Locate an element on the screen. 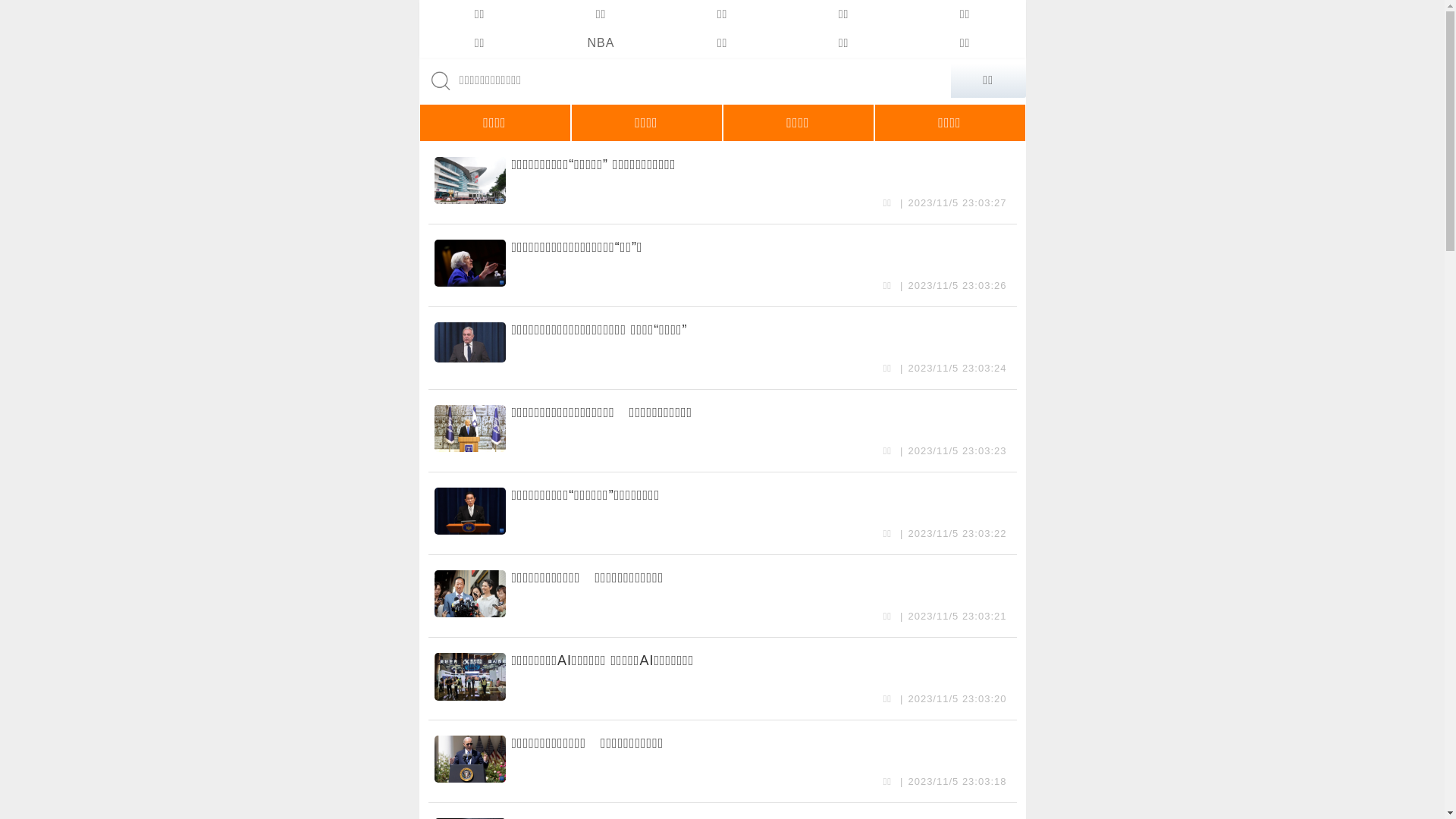  'NBA' is located at coordinates (600, 42).